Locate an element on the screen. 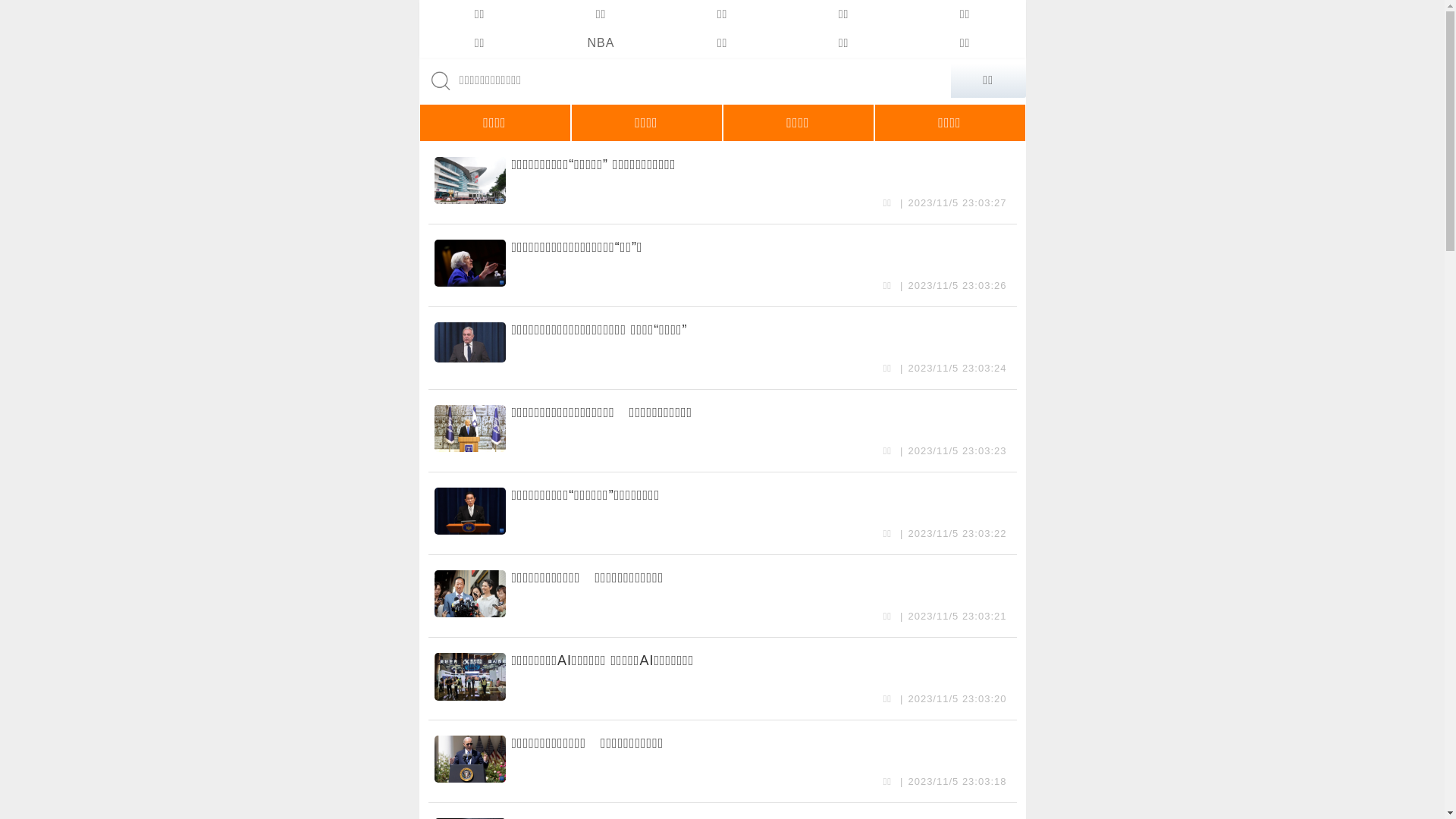  'NBA' is located at coordinates (600, 42).